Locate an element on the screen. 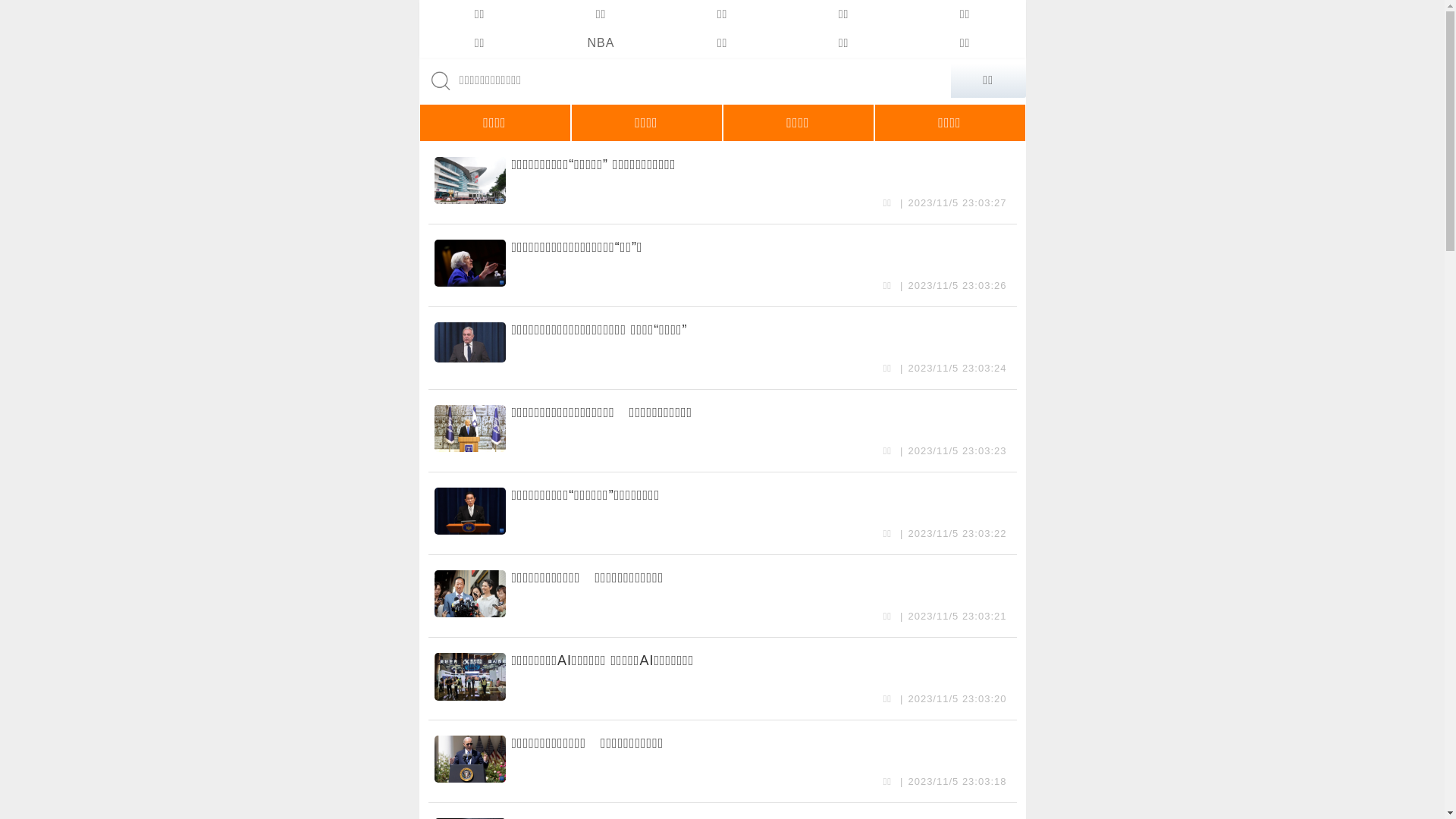  'NBA' is located at coordinates (600, 42).